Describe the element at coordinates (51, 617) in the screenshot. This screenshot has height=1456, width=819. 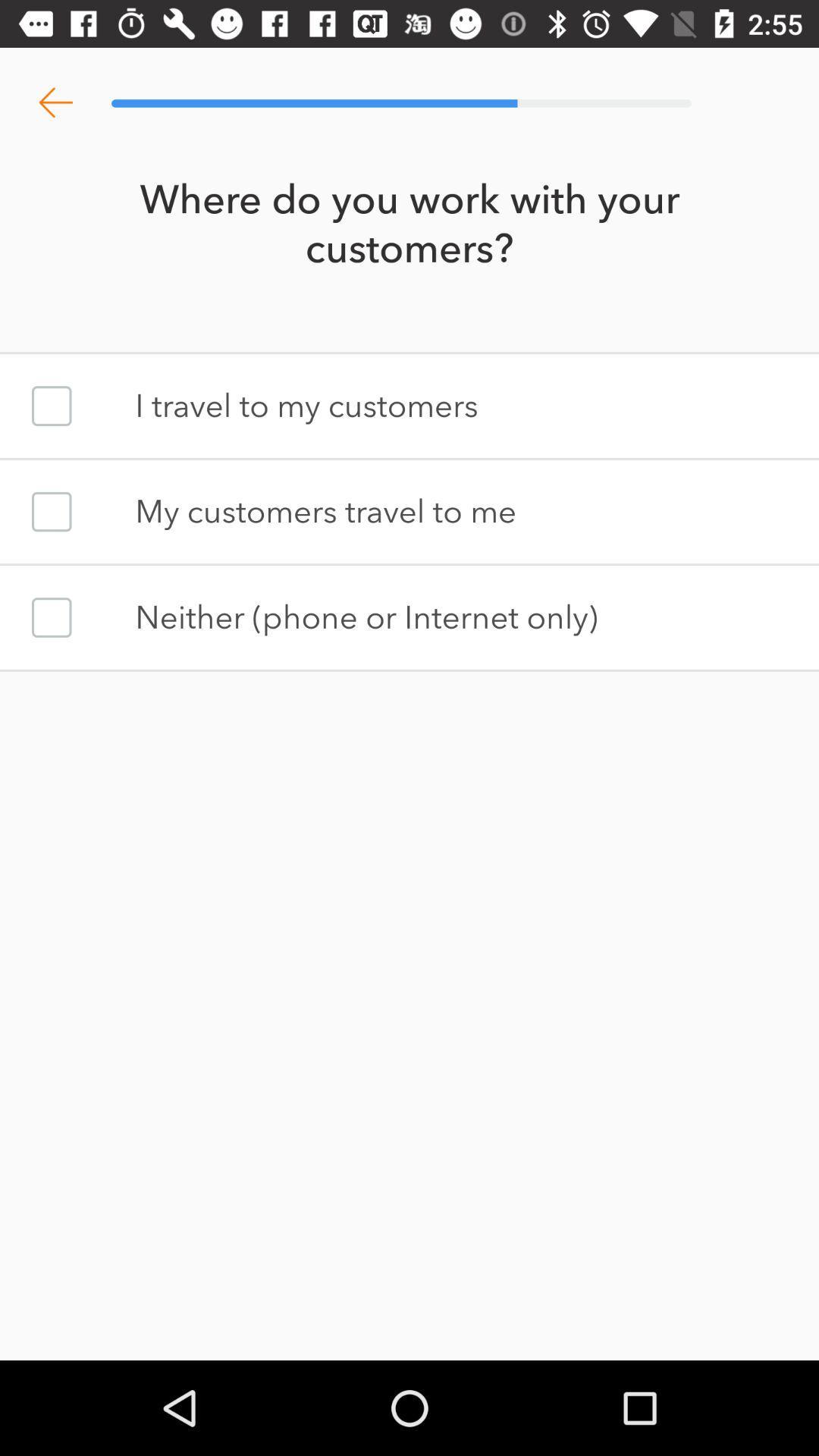
I see `answer` at that location.